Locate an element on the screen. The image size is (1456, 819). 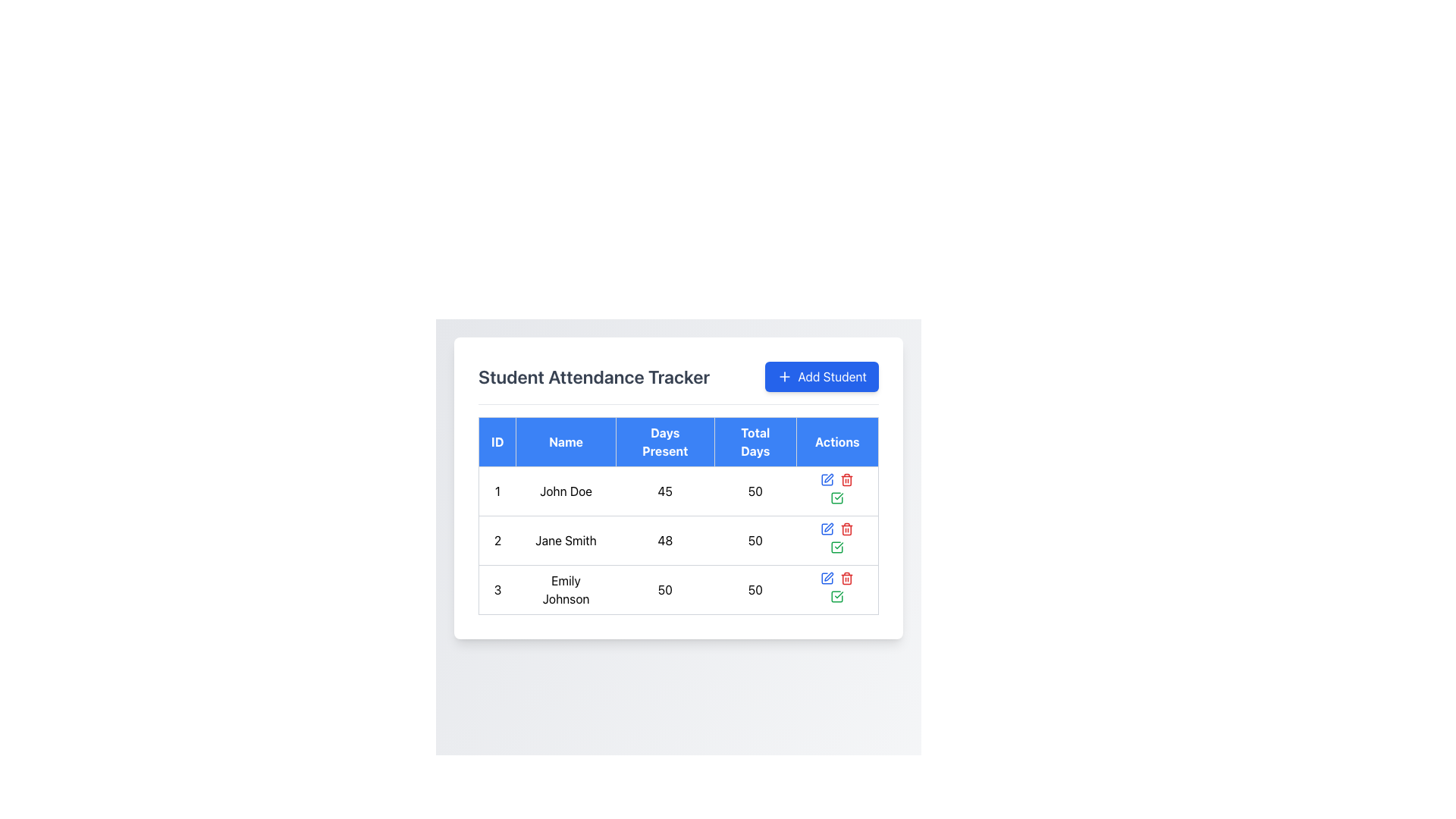
the text label displaying the number '3' in the ID column of the third row, adjacent to 'Emily Johnson' is located at coordinates (497, 589).